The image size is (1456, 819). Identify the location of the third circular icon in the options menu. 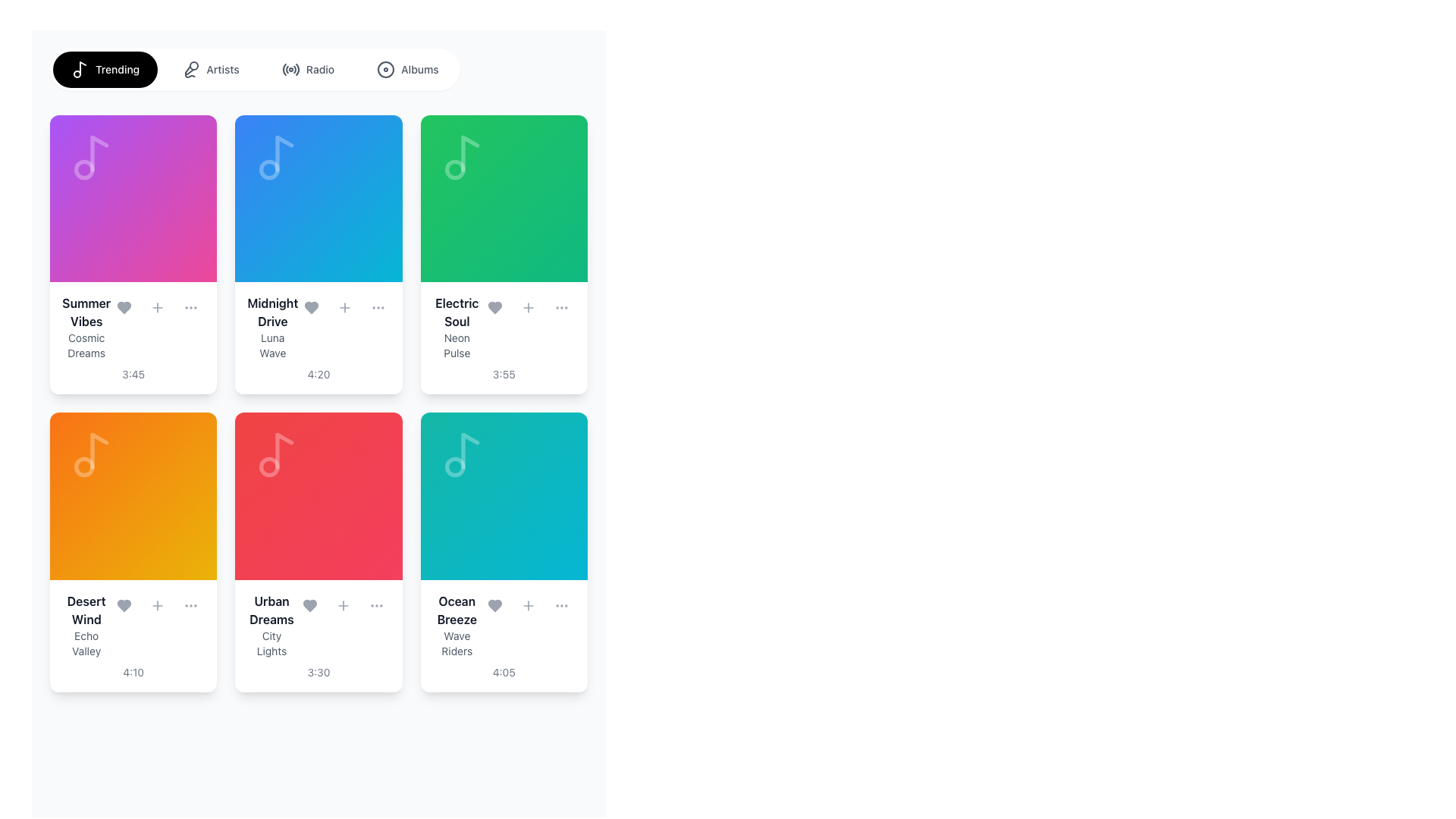
(190, 307).